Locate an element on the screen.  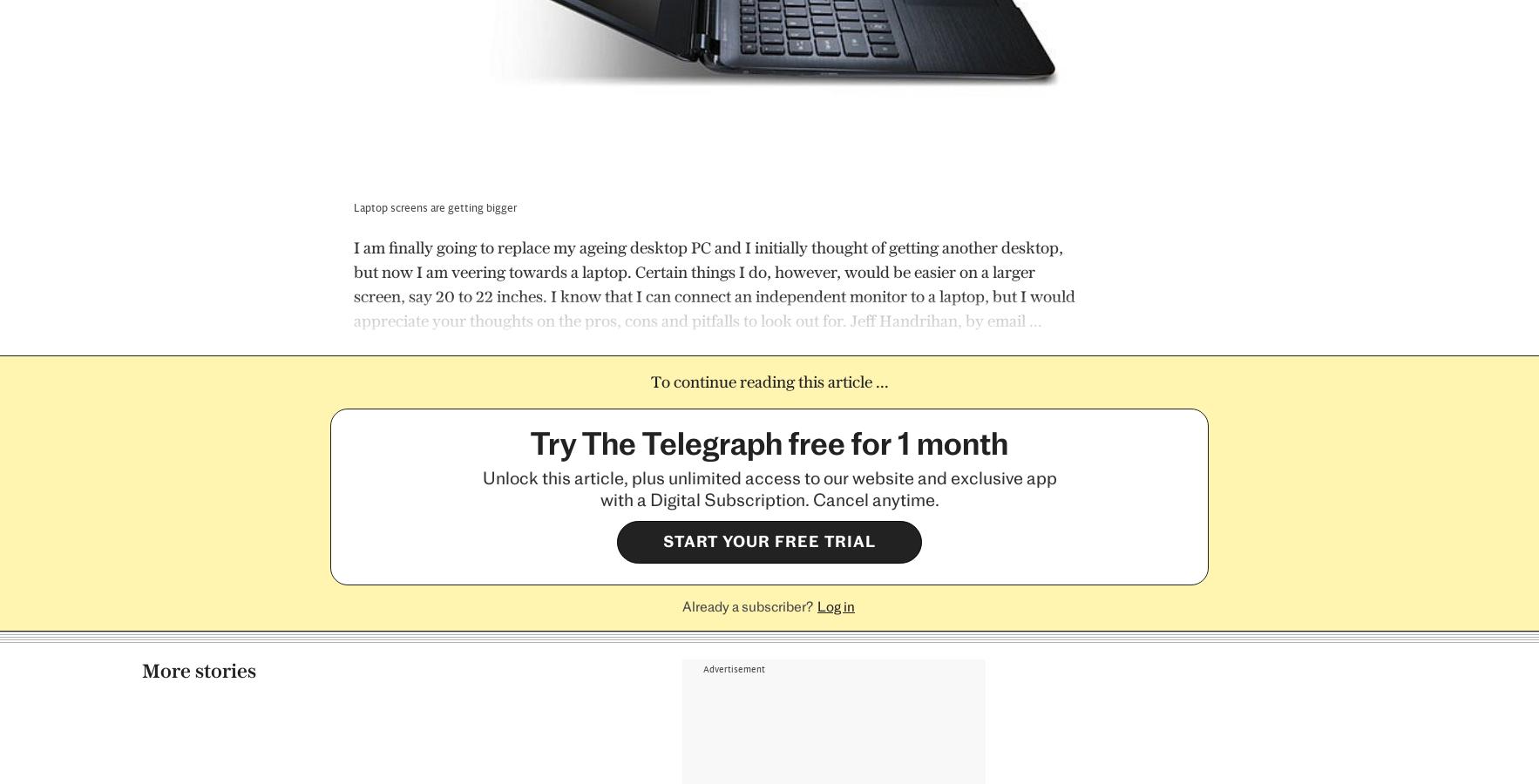
'27 Oct 2023, 1:34am' is located at coordinates (402, 723).